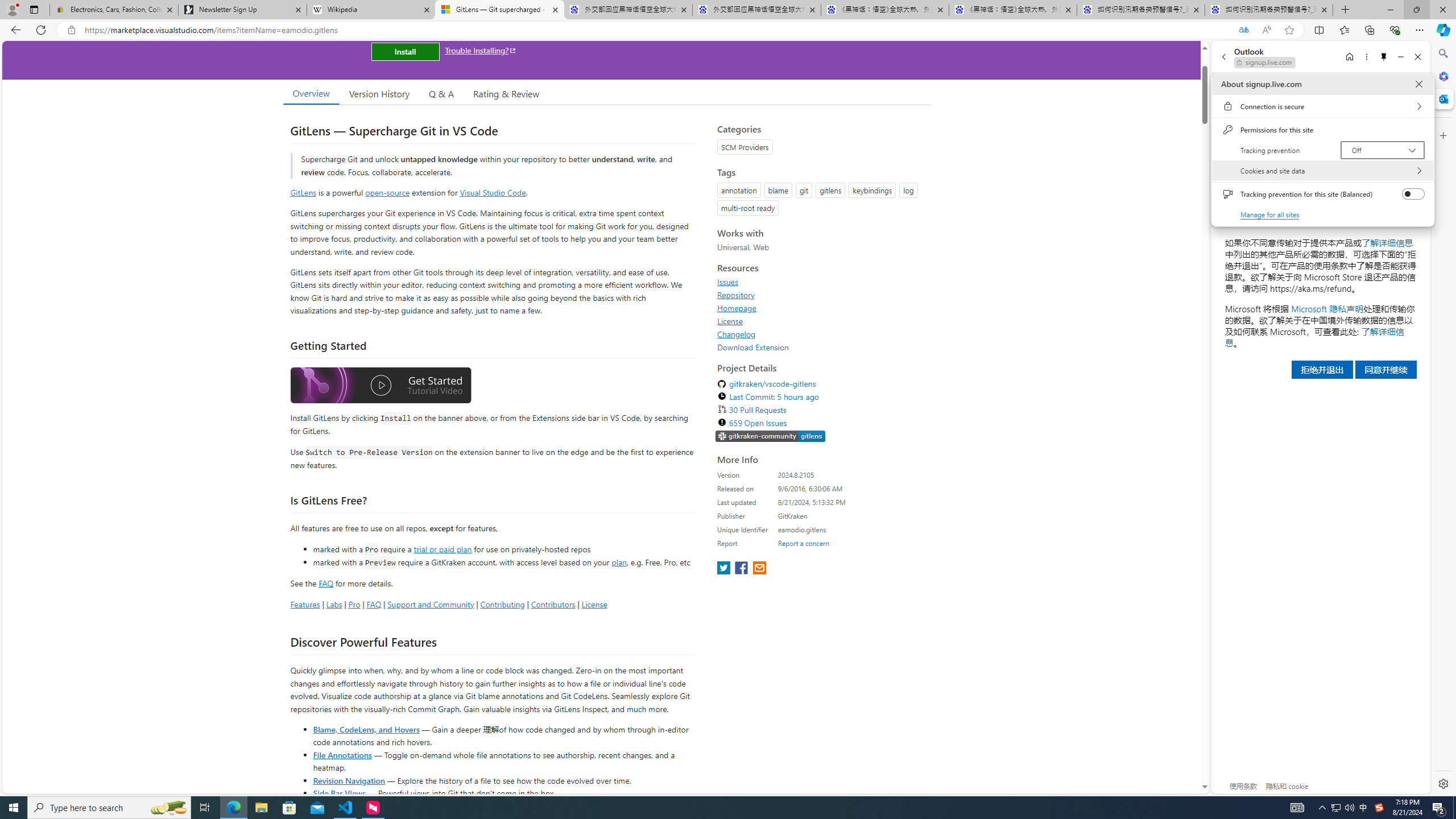 The height and width of the screenshot is (819, 1456). Describe the element at coordinates (1322, 105) in the screenshot. I see `'Connection is secure'` at that location.